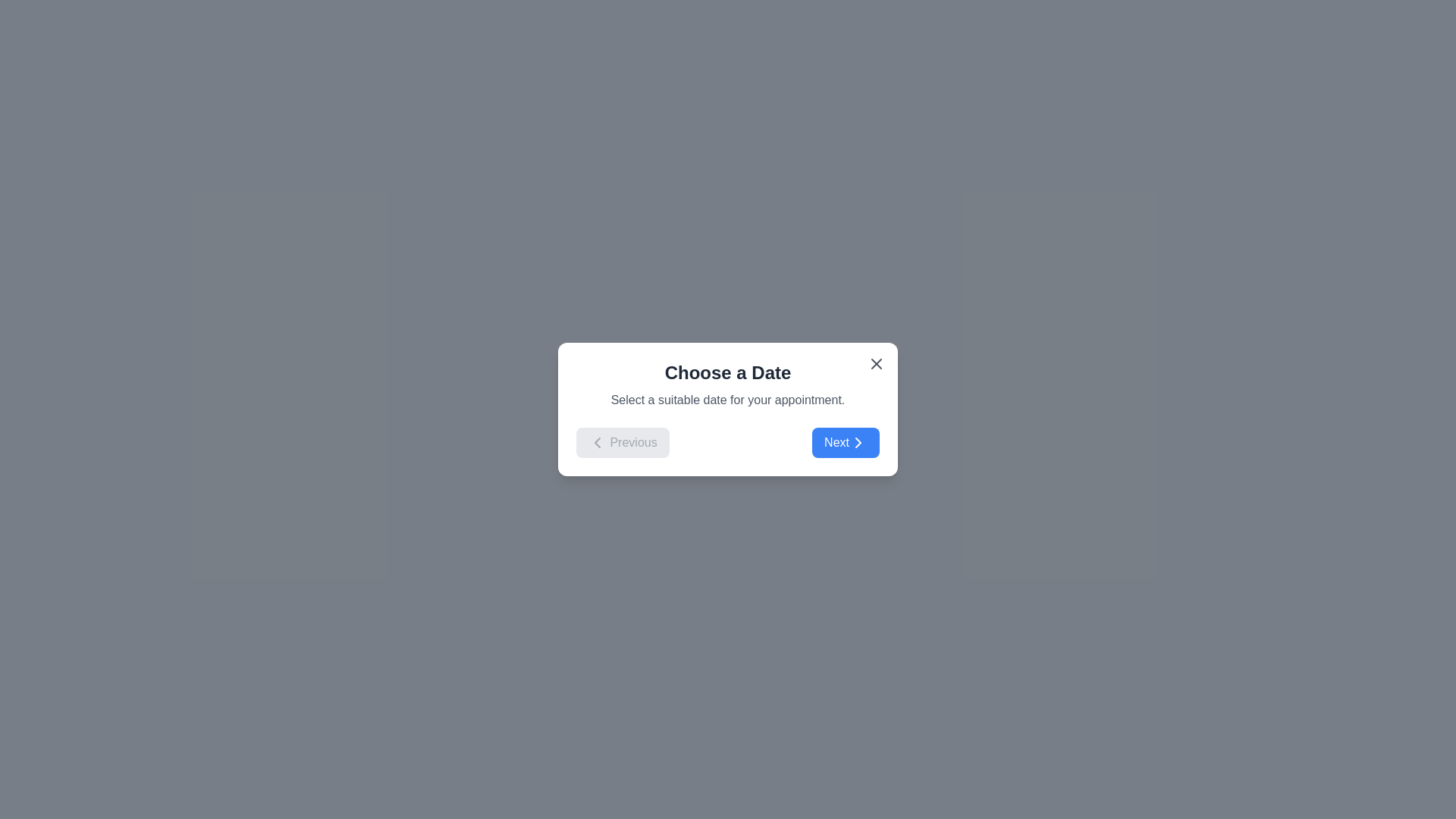 This screenshot has width=1456, height=819. I want to click on the 'Next' button with a blue background and white text, which has rounded edges and an arrow icon on its right side, so click(845, 442).